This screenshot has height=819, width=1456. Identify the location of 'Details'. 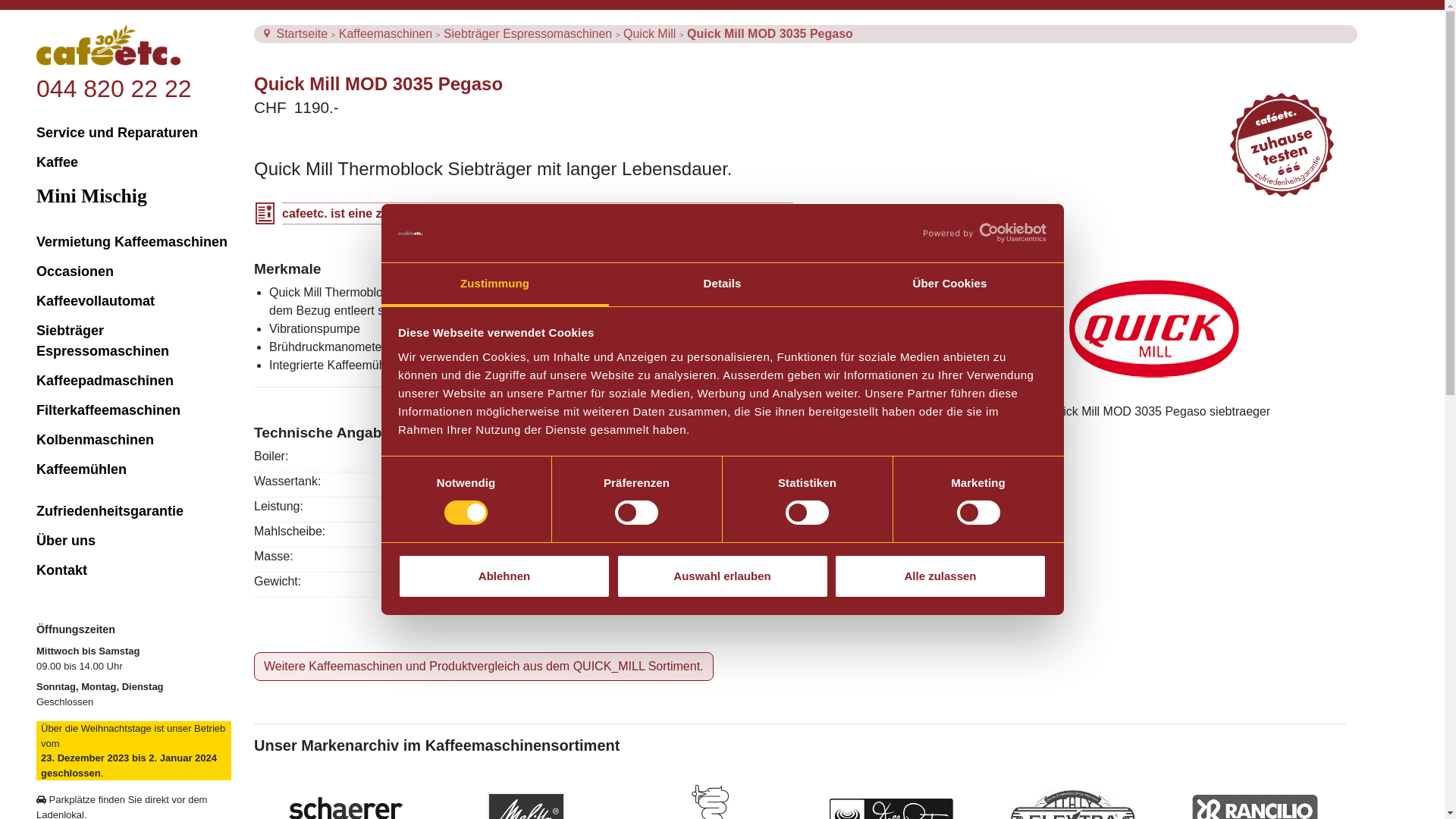
(720, 284).